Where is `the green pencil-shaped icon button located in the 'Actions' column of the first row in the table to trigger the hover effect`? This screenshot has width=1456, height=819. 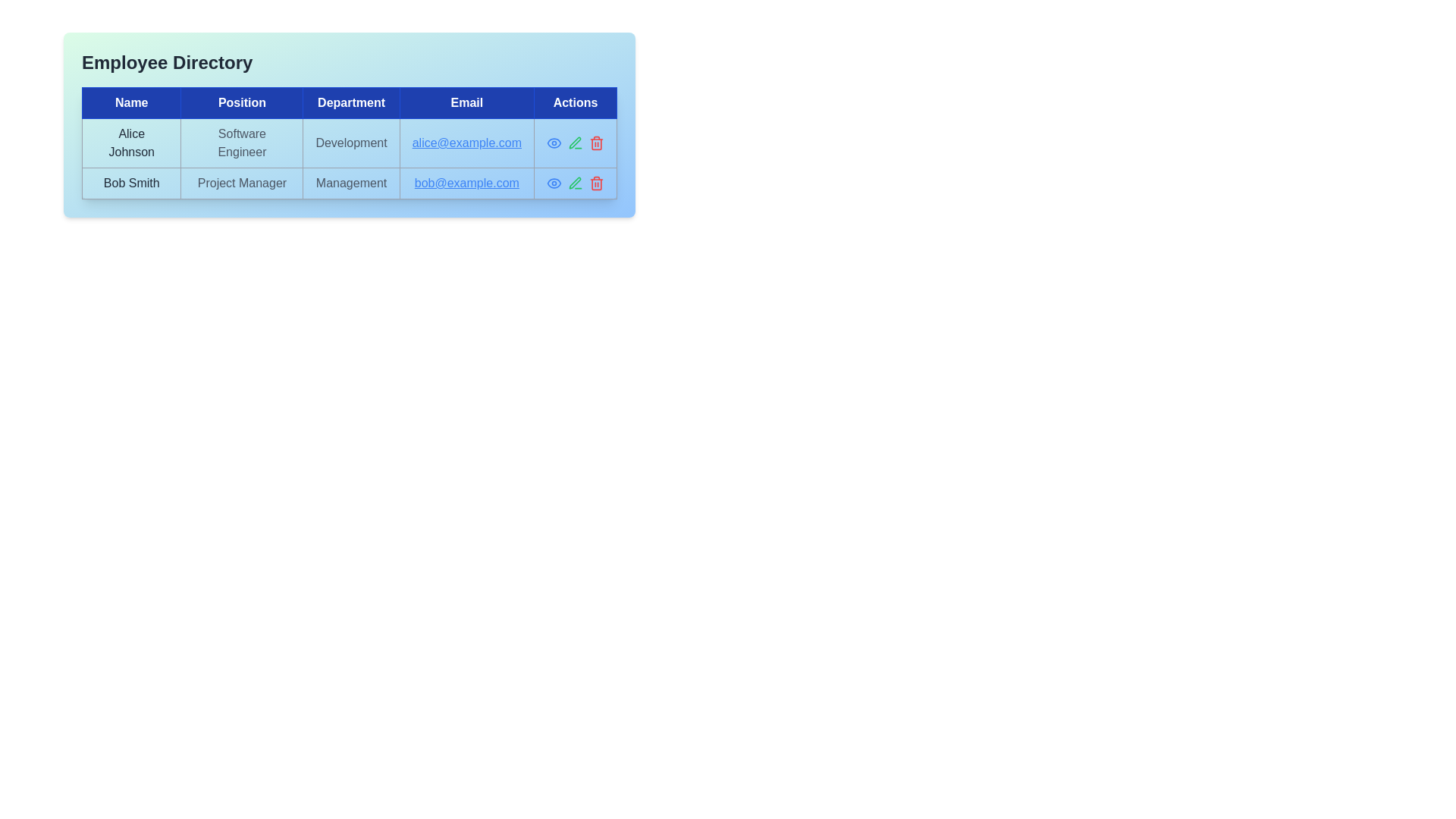 the green pencil-shaped icon button located in the 'Actions' column of the first row in the table to trigger the hover effect is located at coordinates (574, 143).